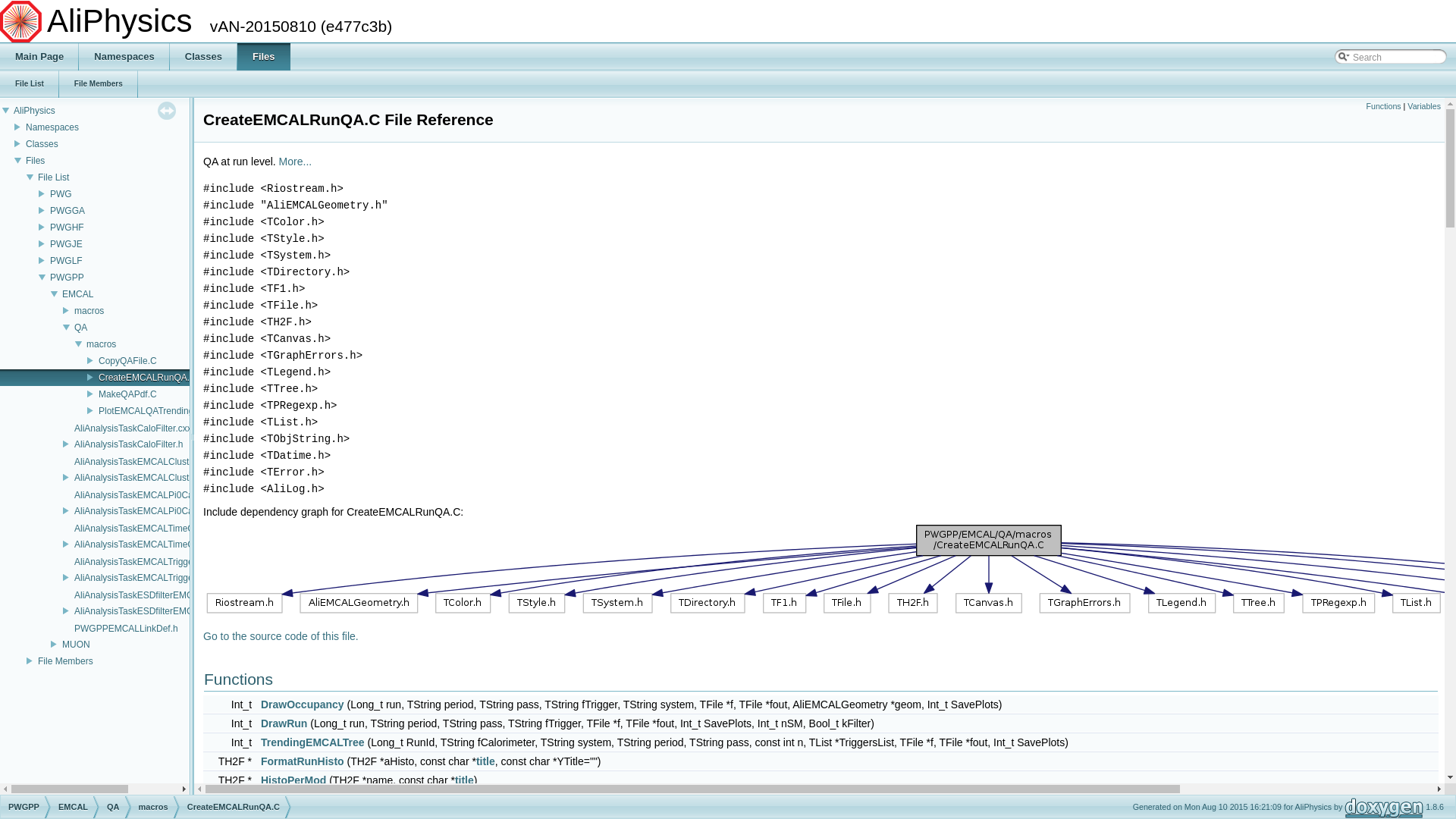 This screenshot has width=1456, height=819. What do you see at coordinates (295, 161) in the screenshot?
I see `'More...'` at bounding box center [295, 161].